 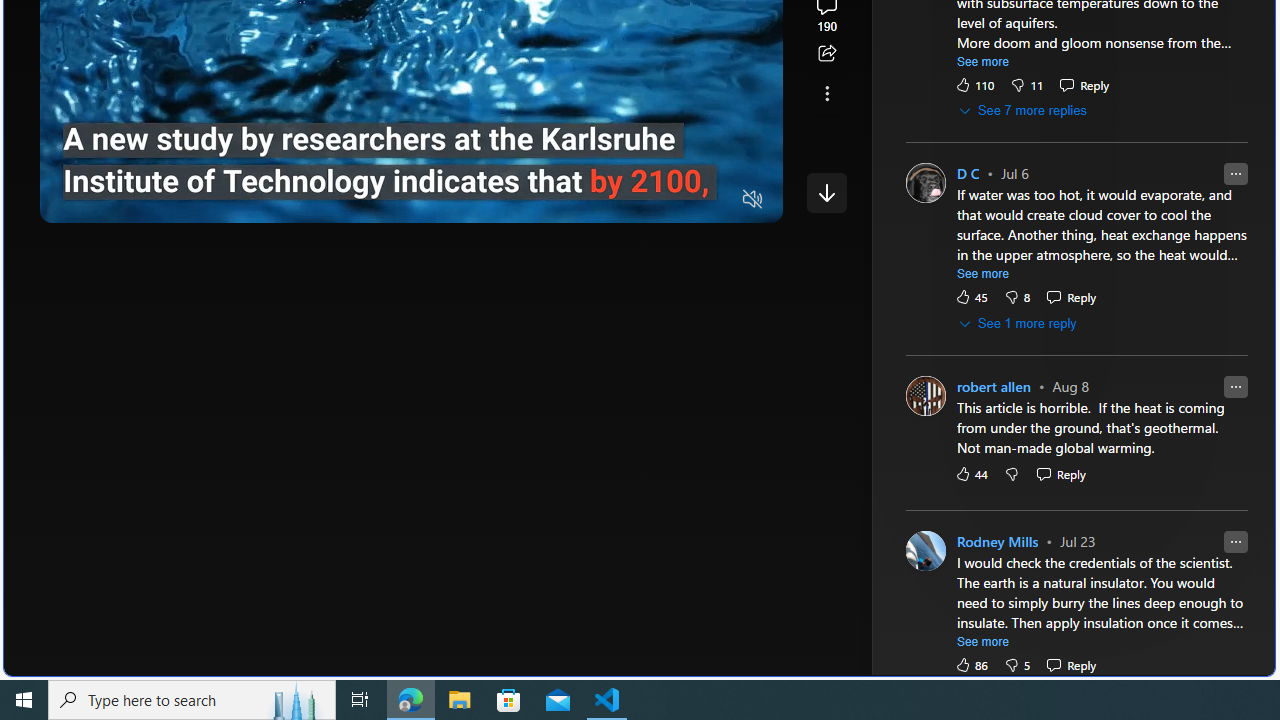 What do you see at coordinates (924, 550) in the screenshot?
I see `'Profile Picture'` at bounding box center [924, 550].